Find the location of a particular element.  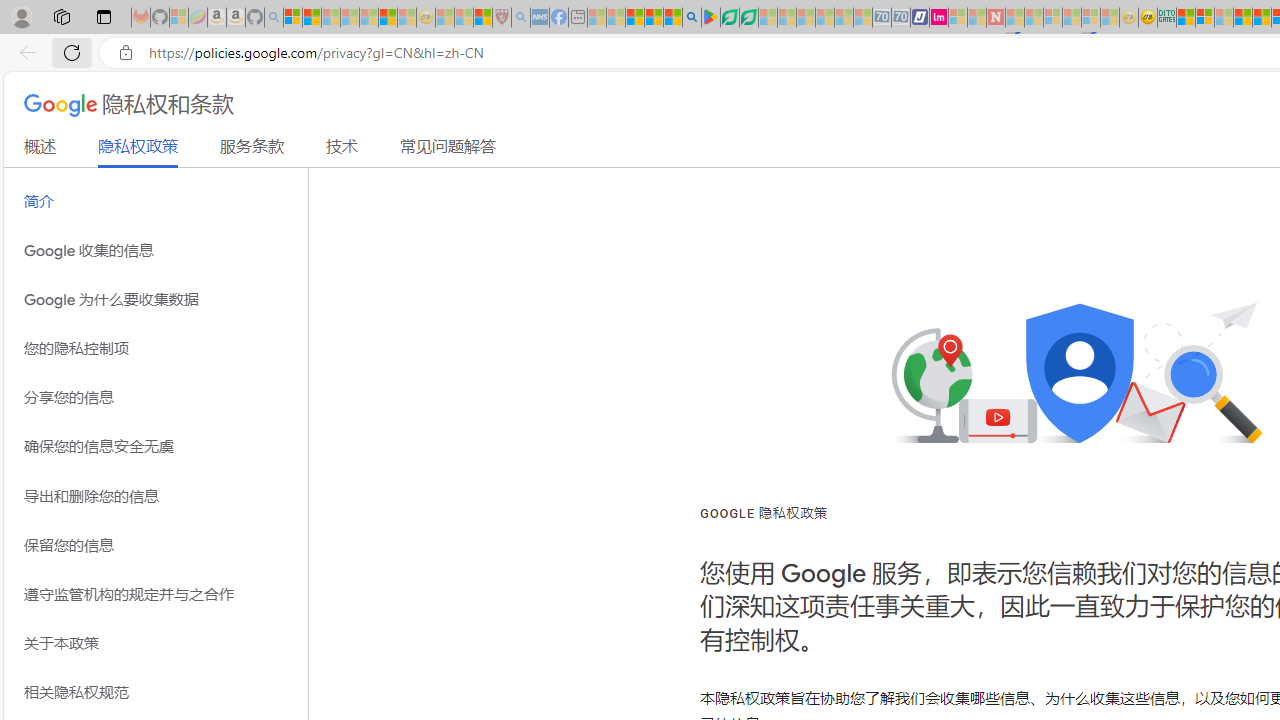

'Local - MSN' is located at coordinates (482, 17).